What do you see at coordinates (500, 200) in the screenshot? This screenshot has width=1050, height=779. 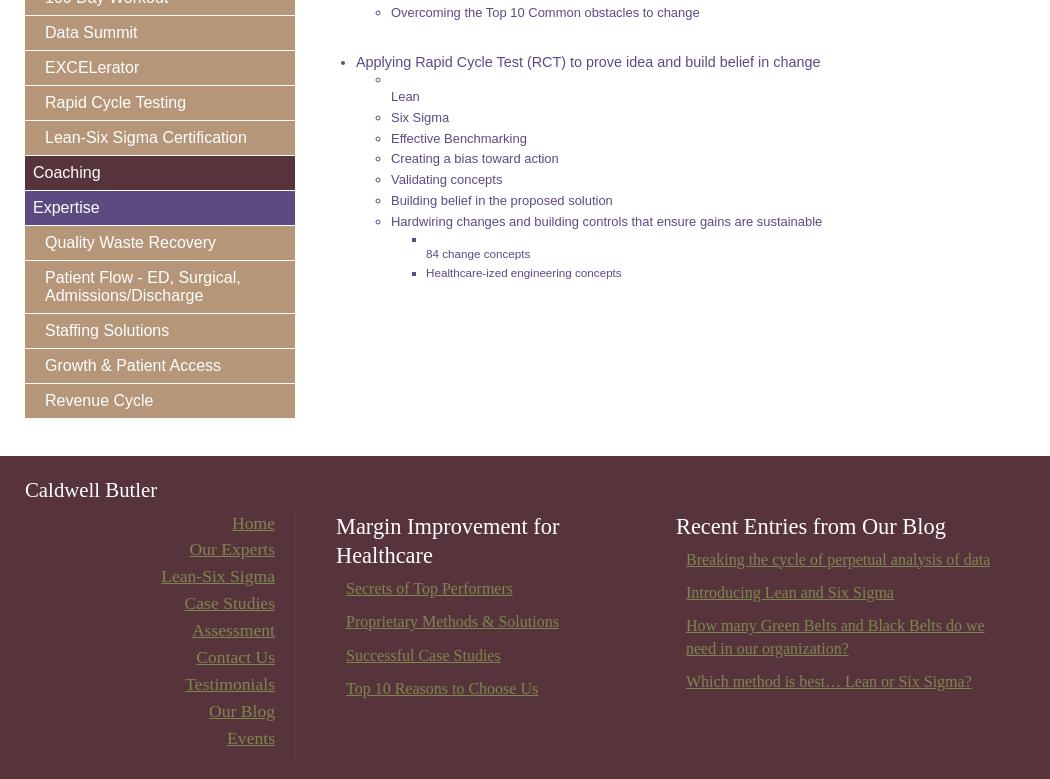 I see `'Building belief in the proposed solution'` at bounding box center [500, 200].